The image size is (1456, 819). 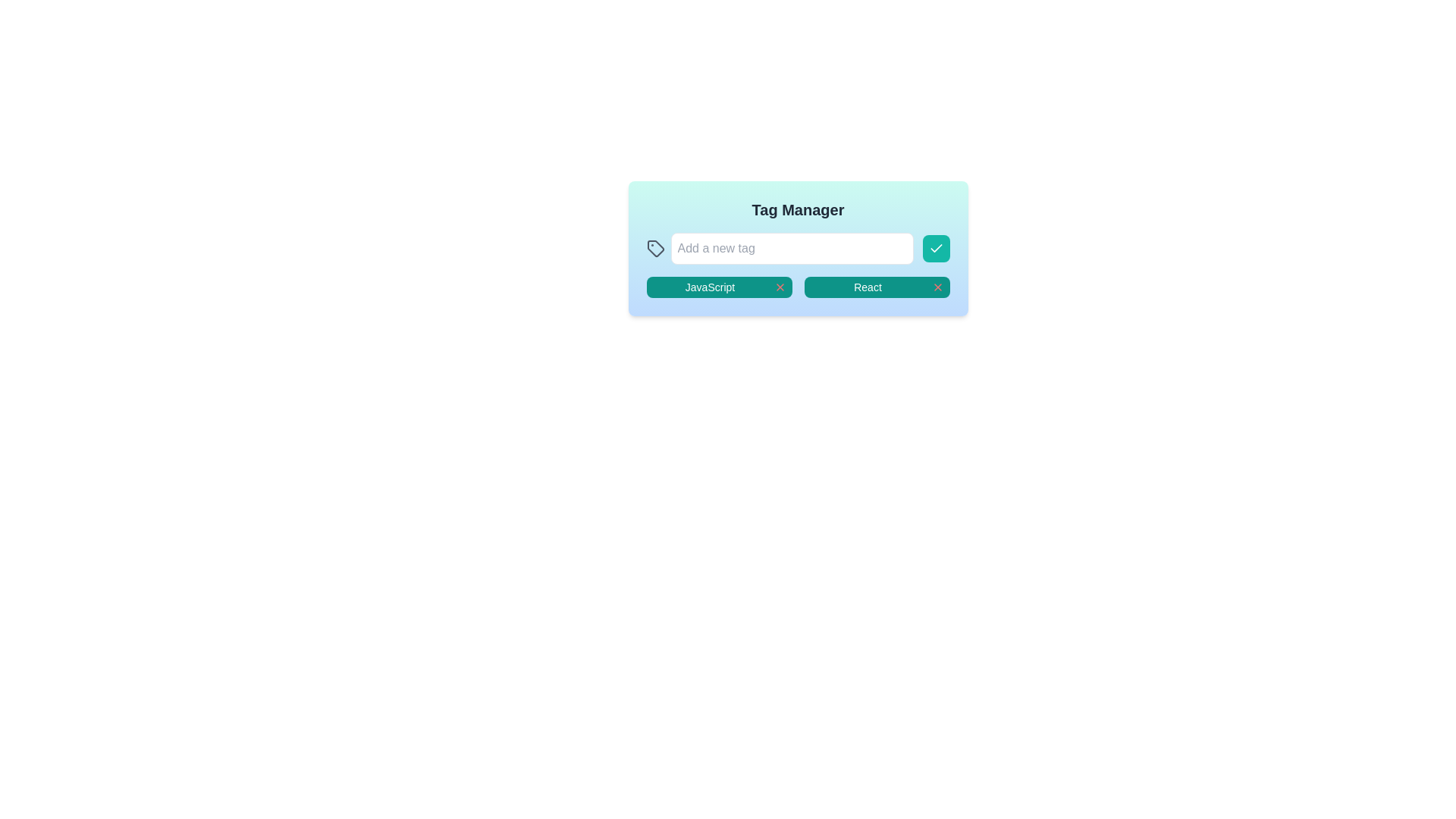 I want to click on the 'X' icon, so click(x=937, y=287).